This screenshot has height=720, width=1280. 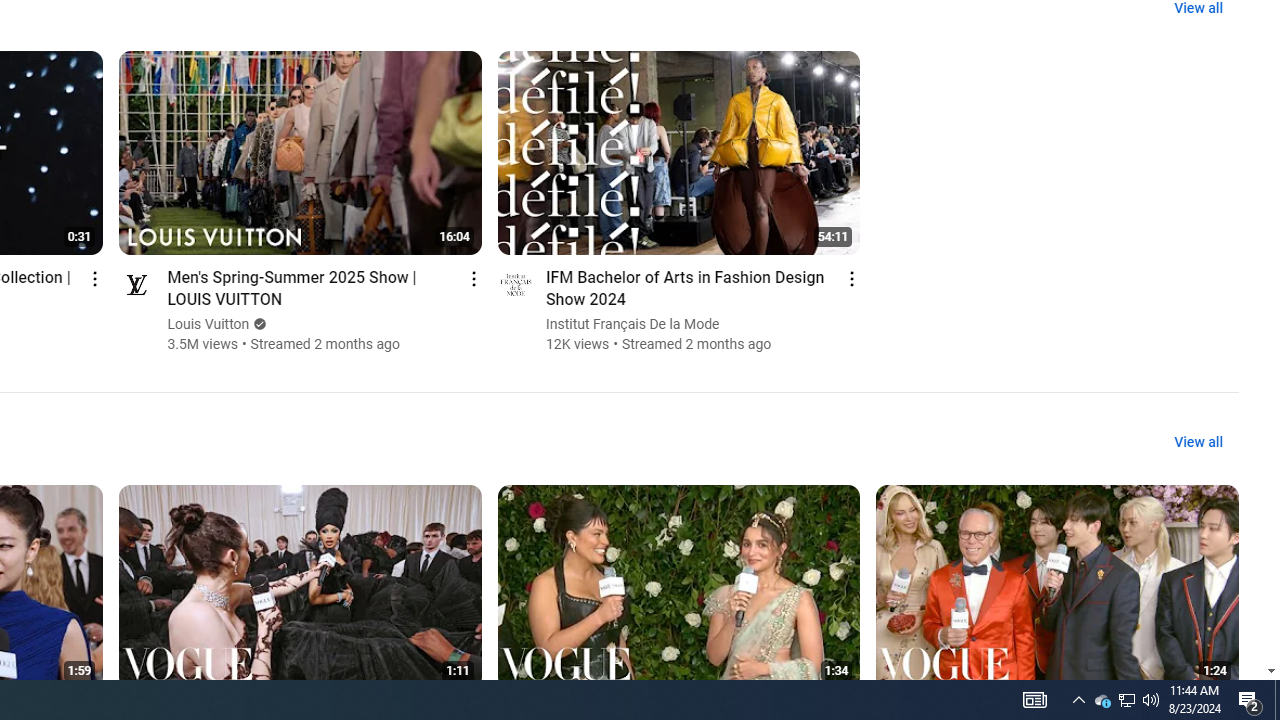 What do you see at coordinates (1198, 441) in the screenshot?
I see `'View all'` at bounding box center [1198, 441].